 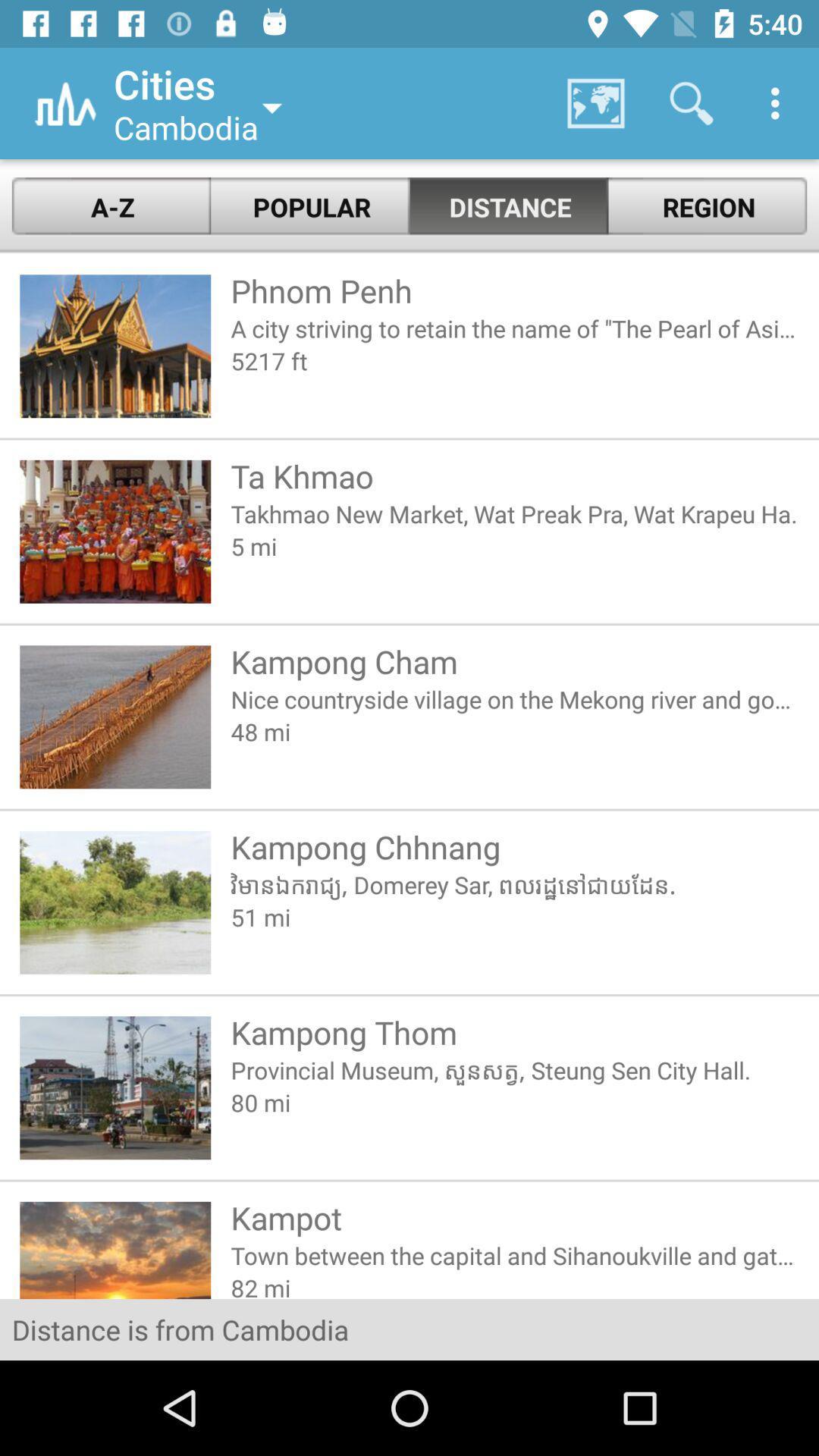 I want to click on the takhmao new market item, so click(x=514, y=513).